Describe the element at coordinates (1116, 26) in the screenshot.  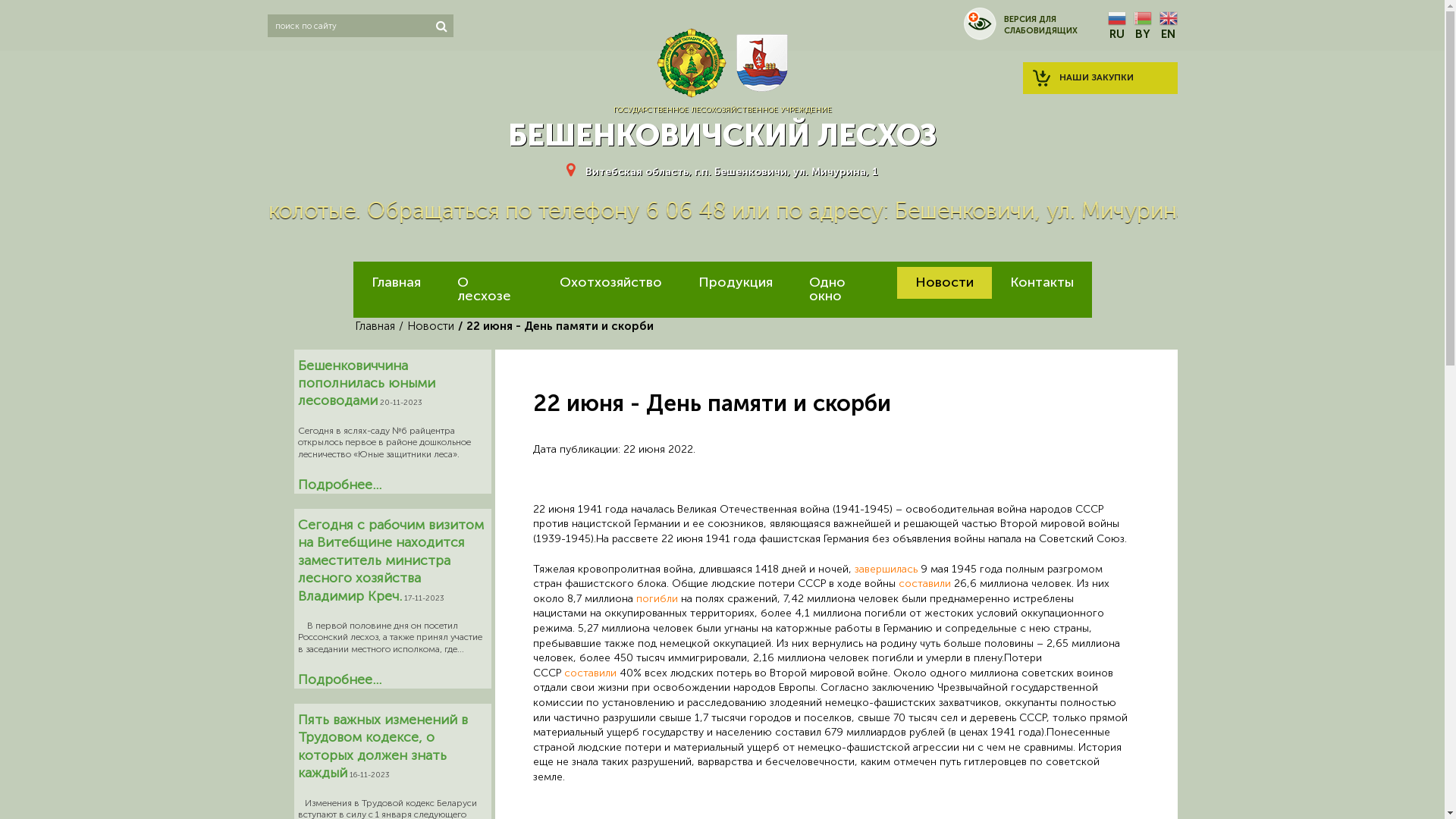
I see `'RU'` at that location.